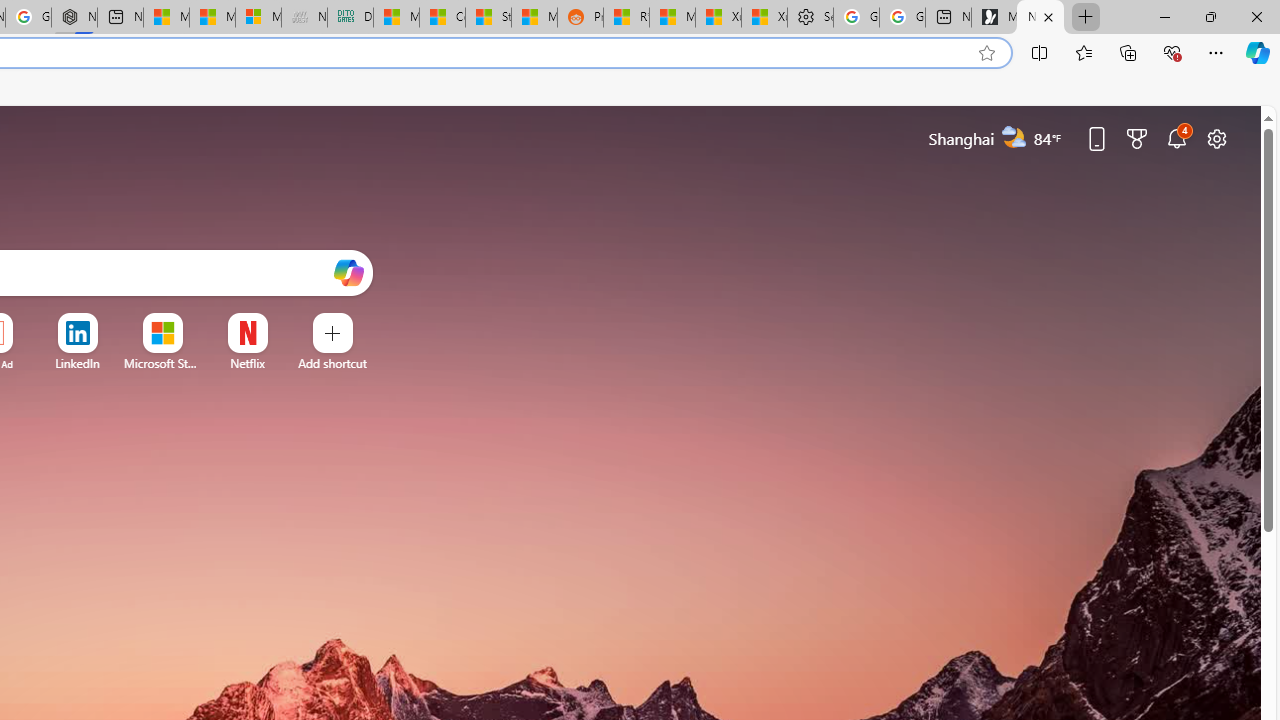 The width and height of the screenshot is (1280, 720). I want to click on 'Add a site', so click(332, 363).